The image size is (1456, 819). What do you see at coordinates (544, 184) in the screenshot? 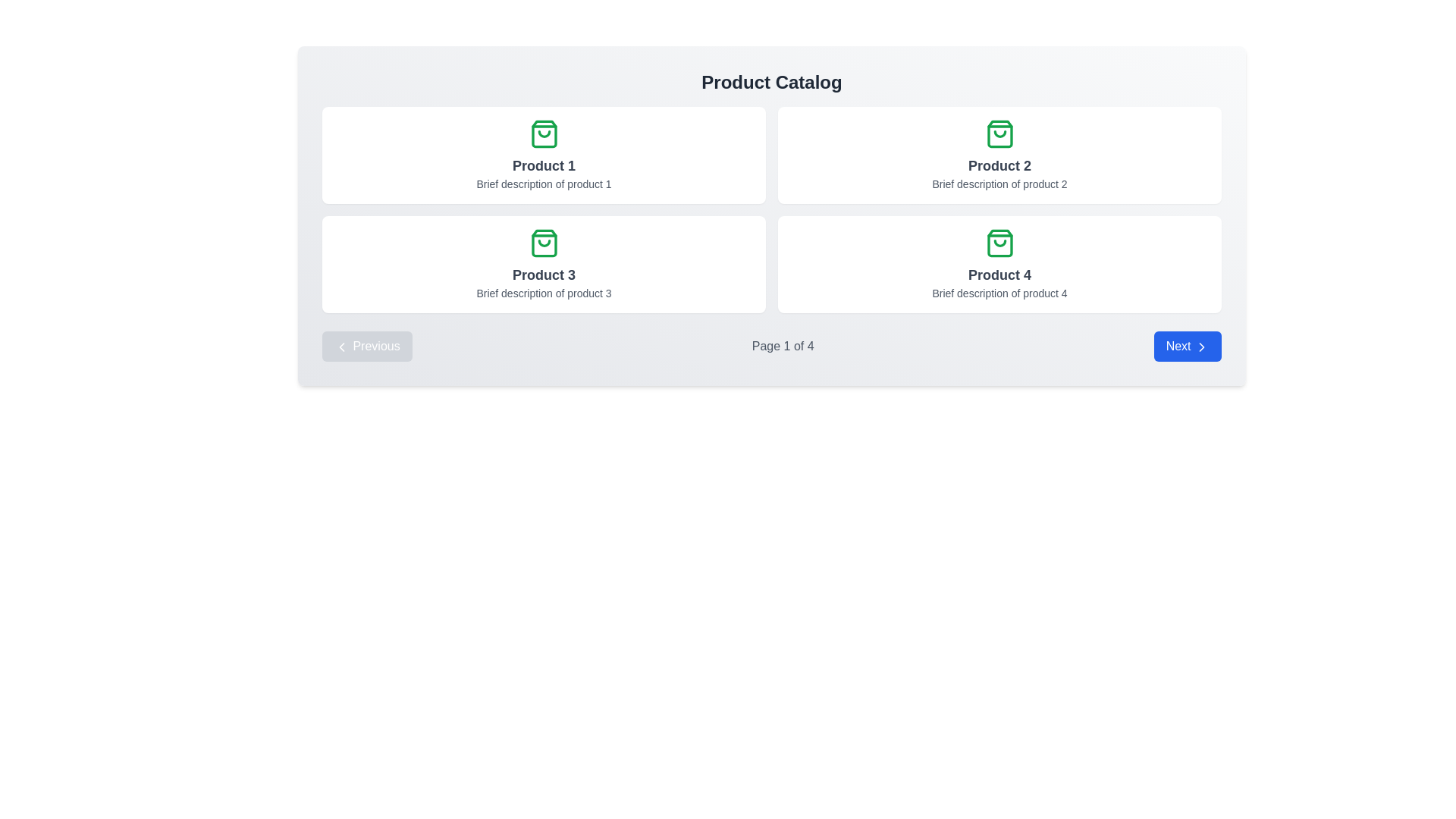
I see `the Text label that provides additional details about 'Product 1', located below the title and aligned centrally with the icon in the first row, first column of the catalog grid` at bounding box center [544, 184].